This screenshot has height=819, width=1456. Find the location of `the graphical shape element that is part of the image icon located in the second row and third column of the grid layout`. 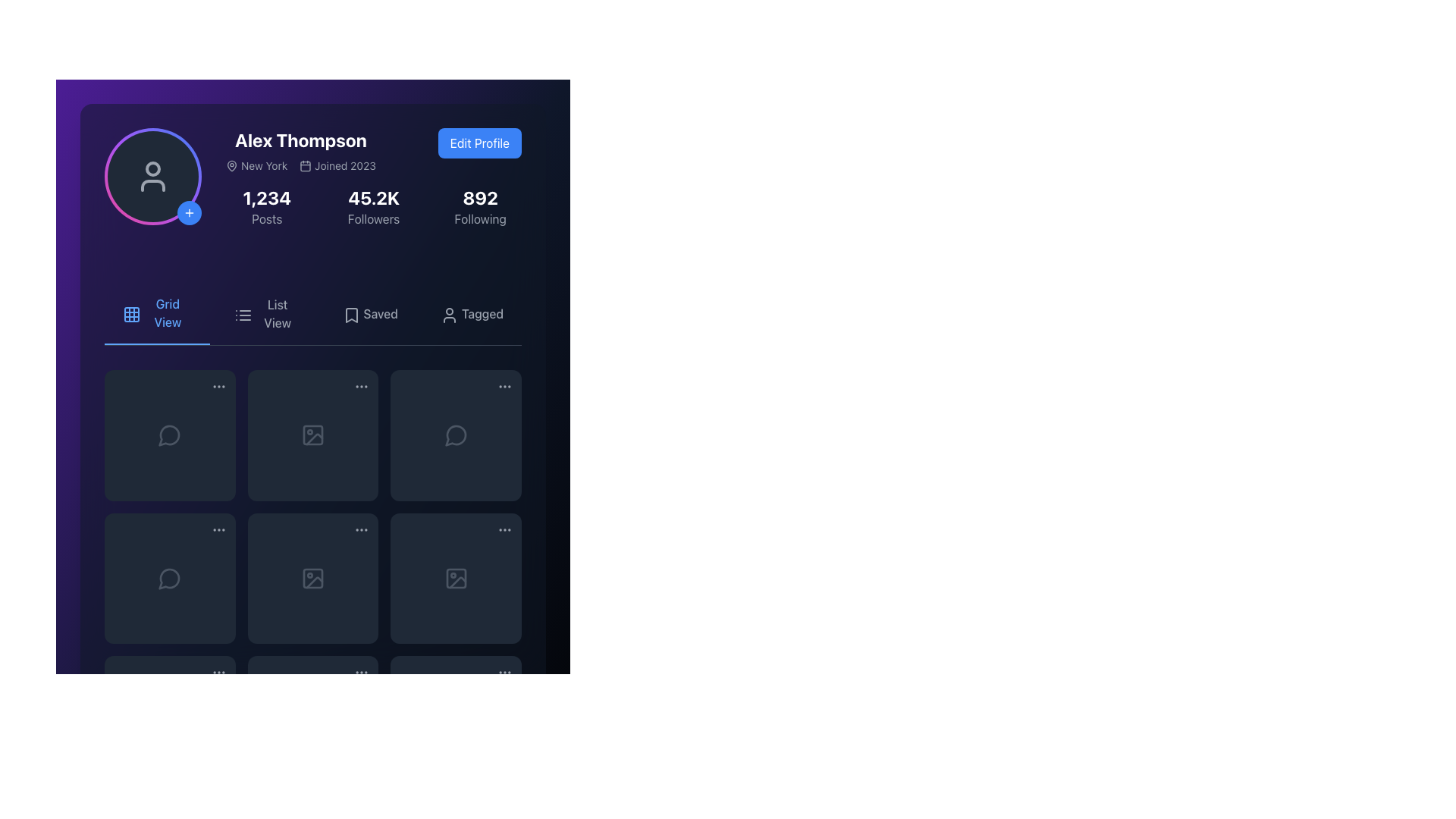

the graphical shape element that is part of the image icon located in the second row and third column of the grid layout is located at coordinates (312, 579).